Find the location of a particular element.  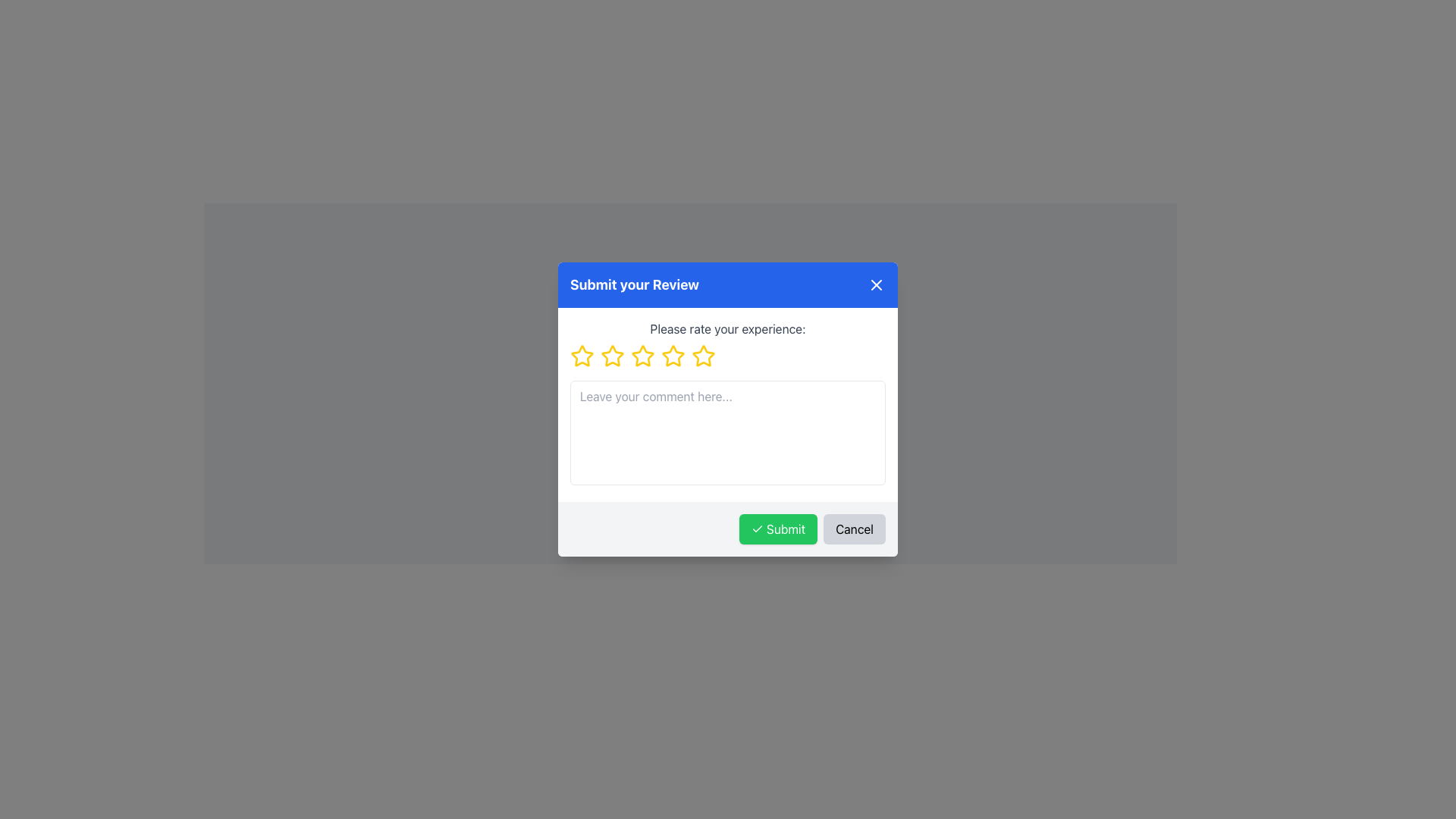

the first yellow outlined star icon in the rating system is located at coordinates (582, 356).